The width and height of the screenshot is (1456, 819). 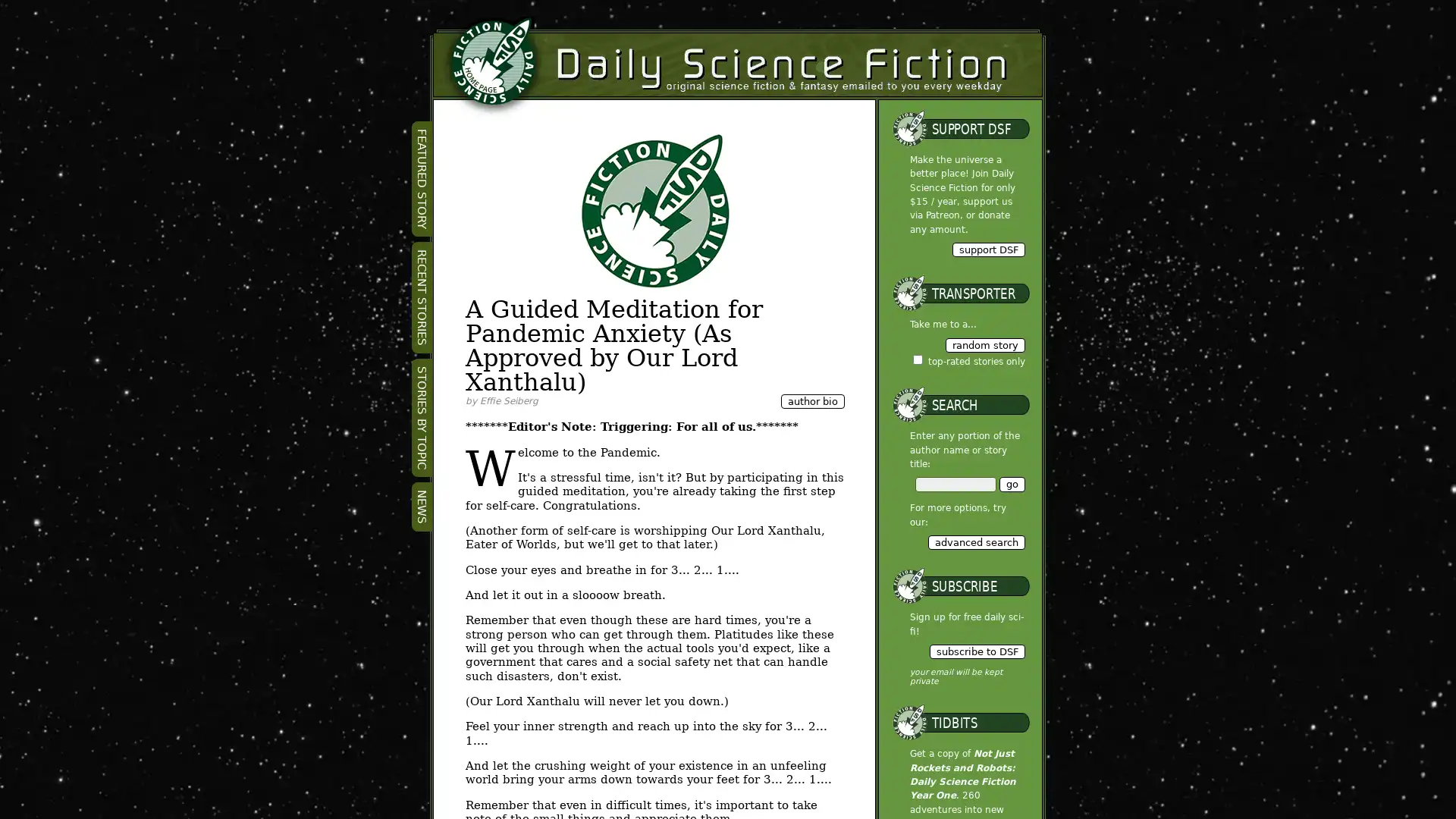 What do you see at coordinates (987, 248) in the screenshot?
I see `support DSF` at bounding box center [987, 248].